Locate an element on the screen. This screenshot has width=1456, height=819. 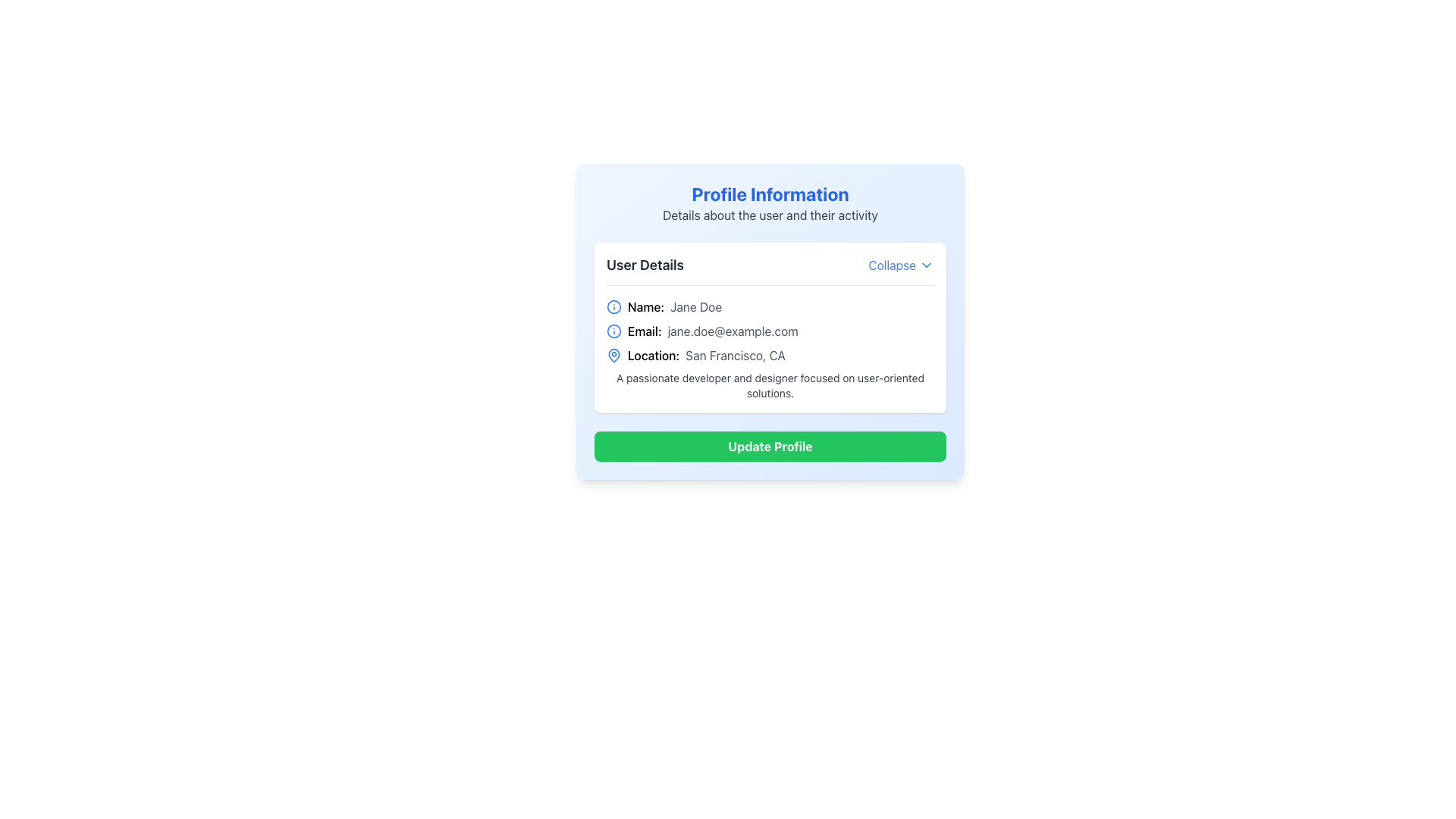
the static text field displaying location information, which is positioned horizontally aligned with the label 'Location:' in the user details section is located at coordinates (735, 356).